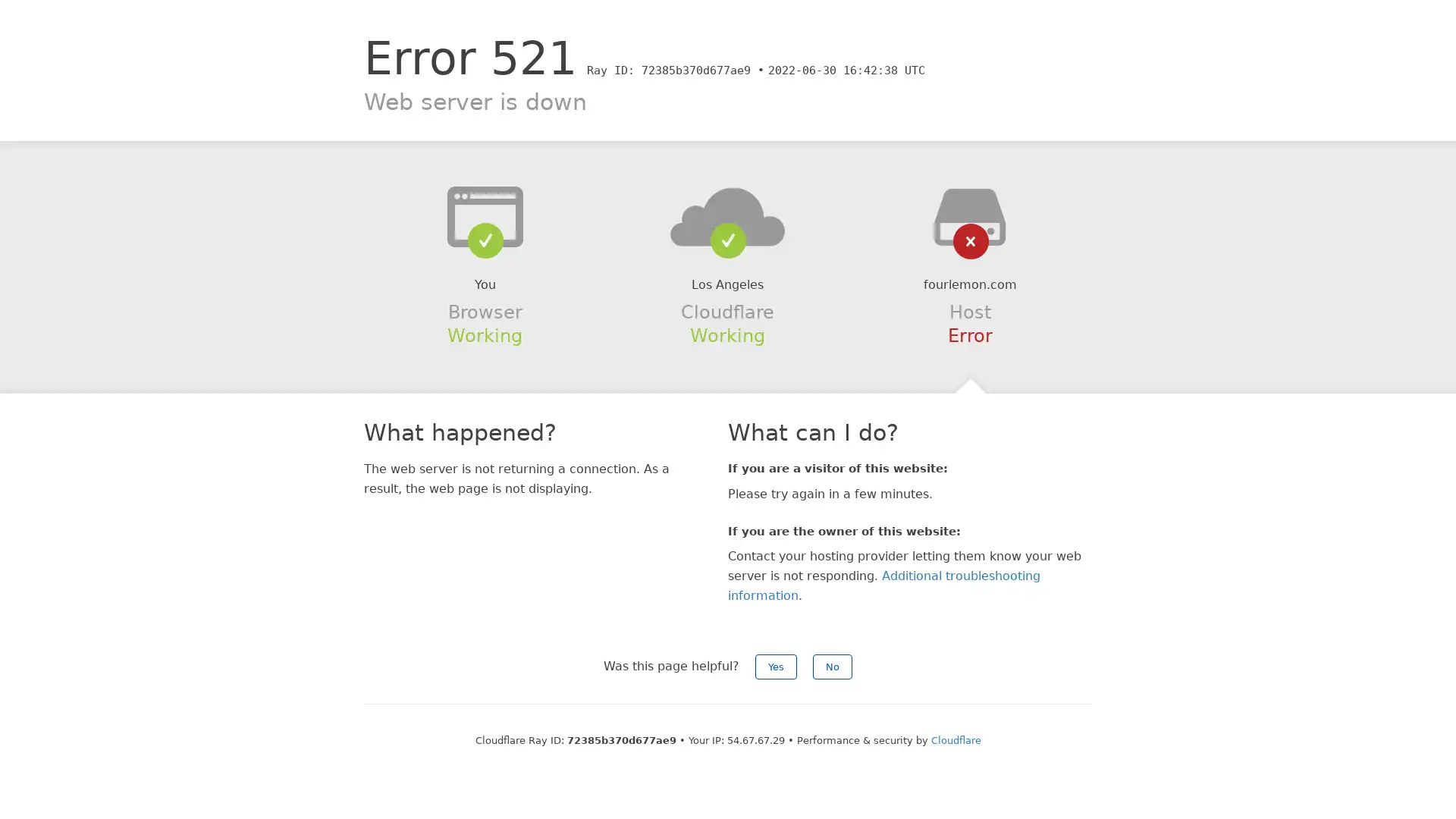 The width and height of the screenshot is (1456, 819). Describe the element at coordinates (832, 666) in the screenshot. I see `No` at that location.